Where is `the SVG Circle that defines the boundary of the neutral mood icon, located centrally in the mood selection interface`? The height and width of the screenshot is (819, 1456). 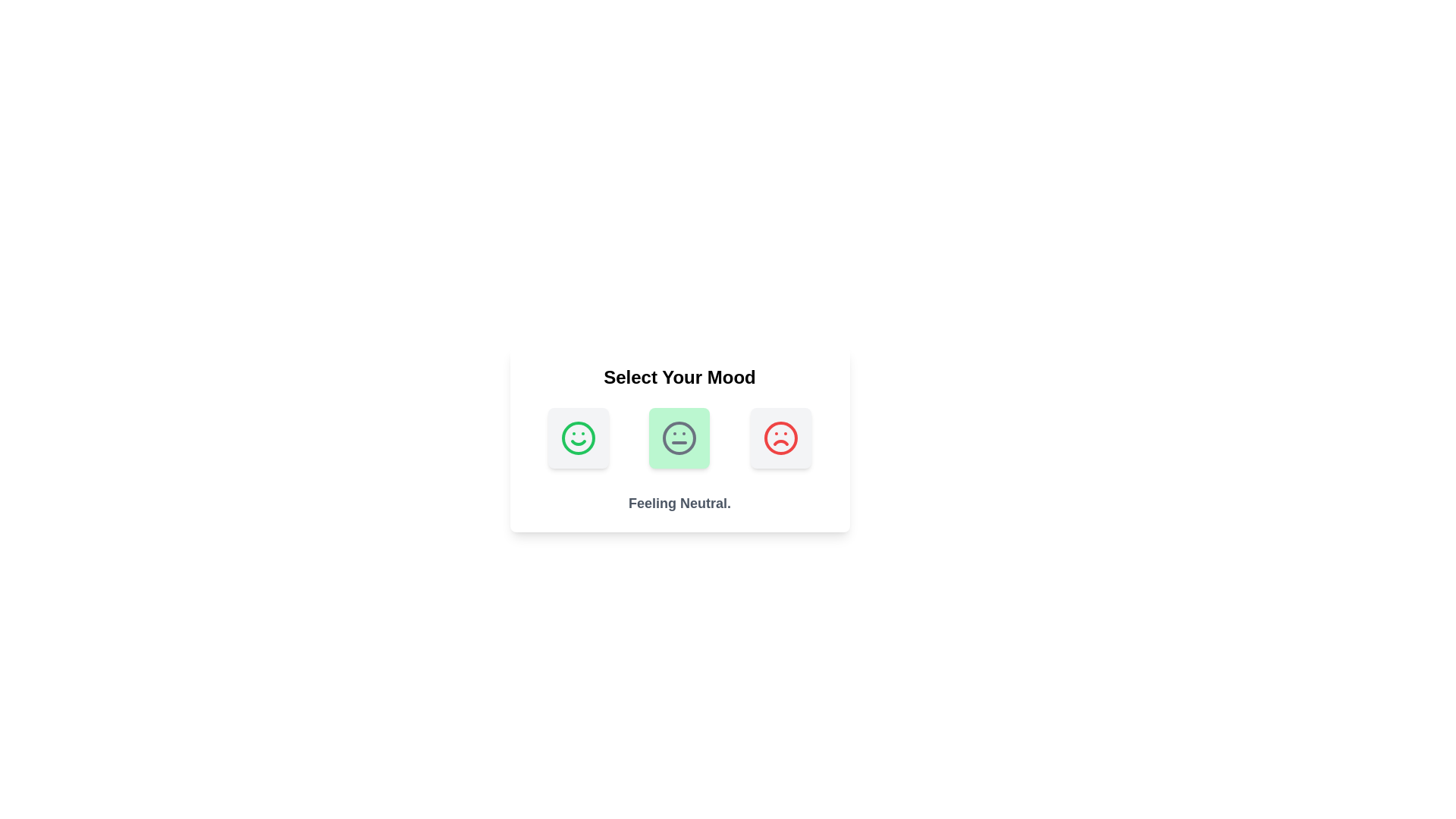 the SVG Circle that defines the boundary of the neutral mood icon, located centrally in the mood selection interface is located at coordinates (679, 438).